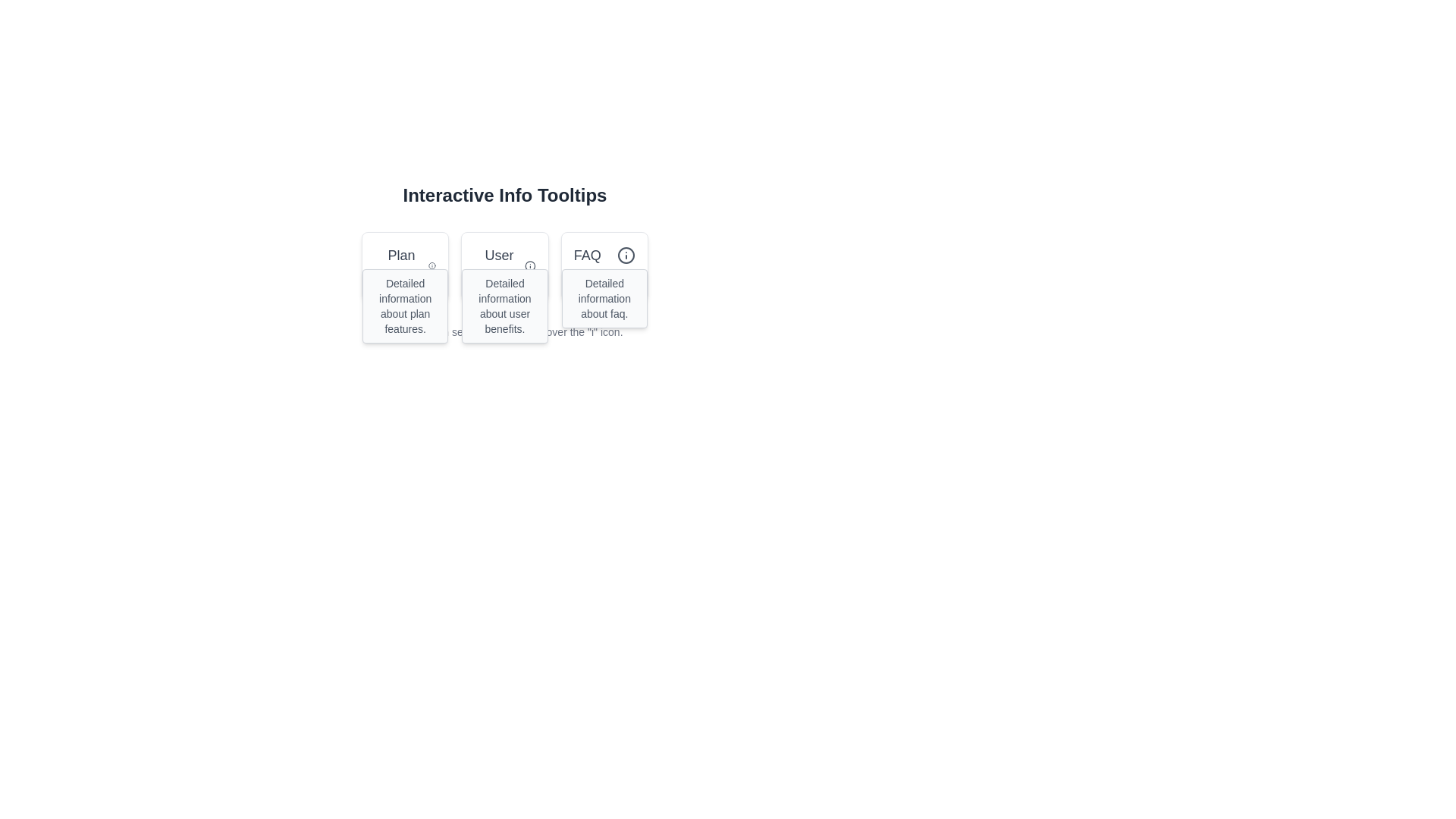 This screenshot has height=819, width=1456. I want to click on the information icon next to the 'User Benefits' text label, so click(505, 265).